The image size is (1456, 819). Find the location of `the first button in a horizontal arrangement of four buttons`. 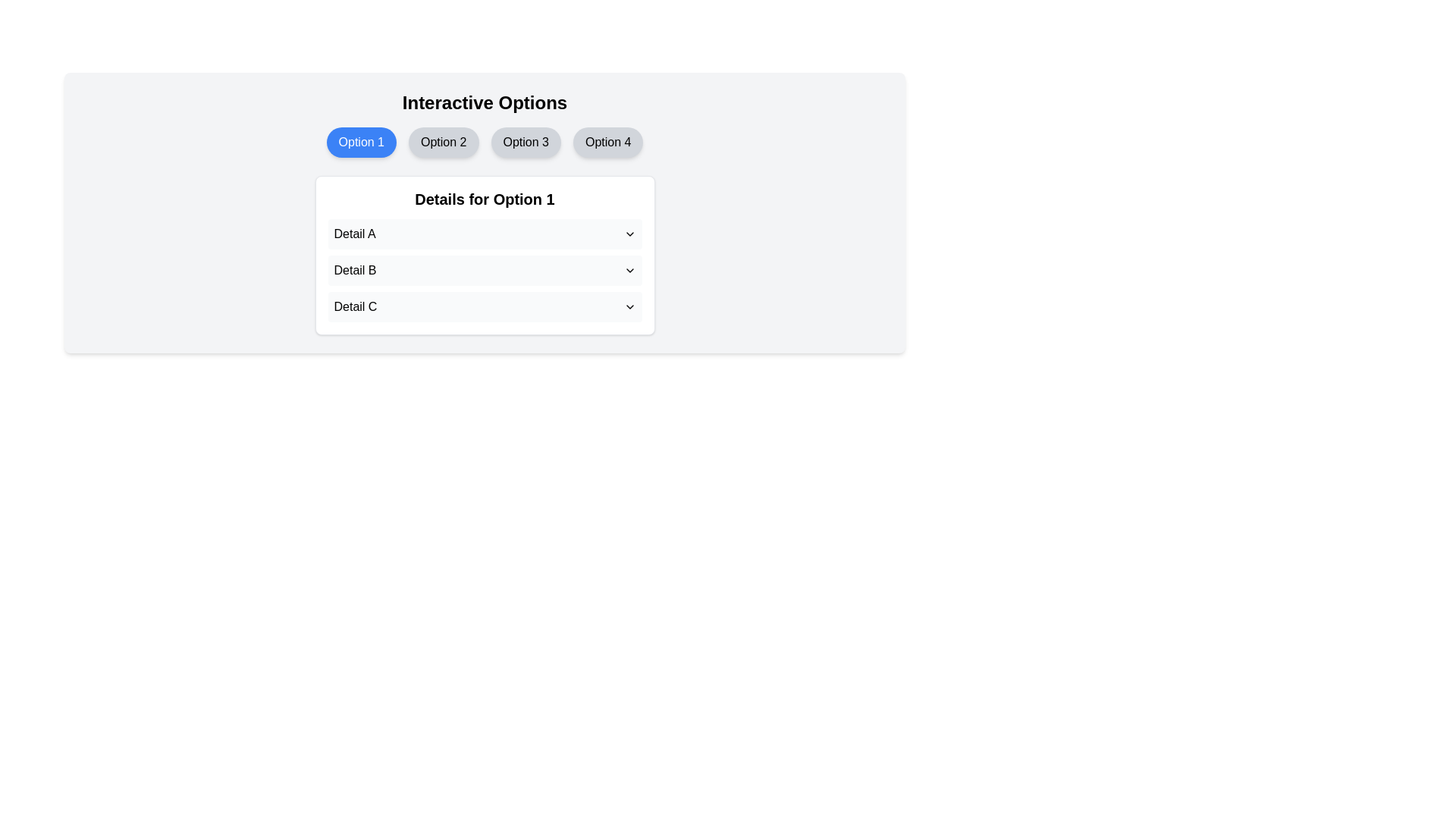

the first button in a horizontal arrangement of four buttons is located at coordinates (360, 143).